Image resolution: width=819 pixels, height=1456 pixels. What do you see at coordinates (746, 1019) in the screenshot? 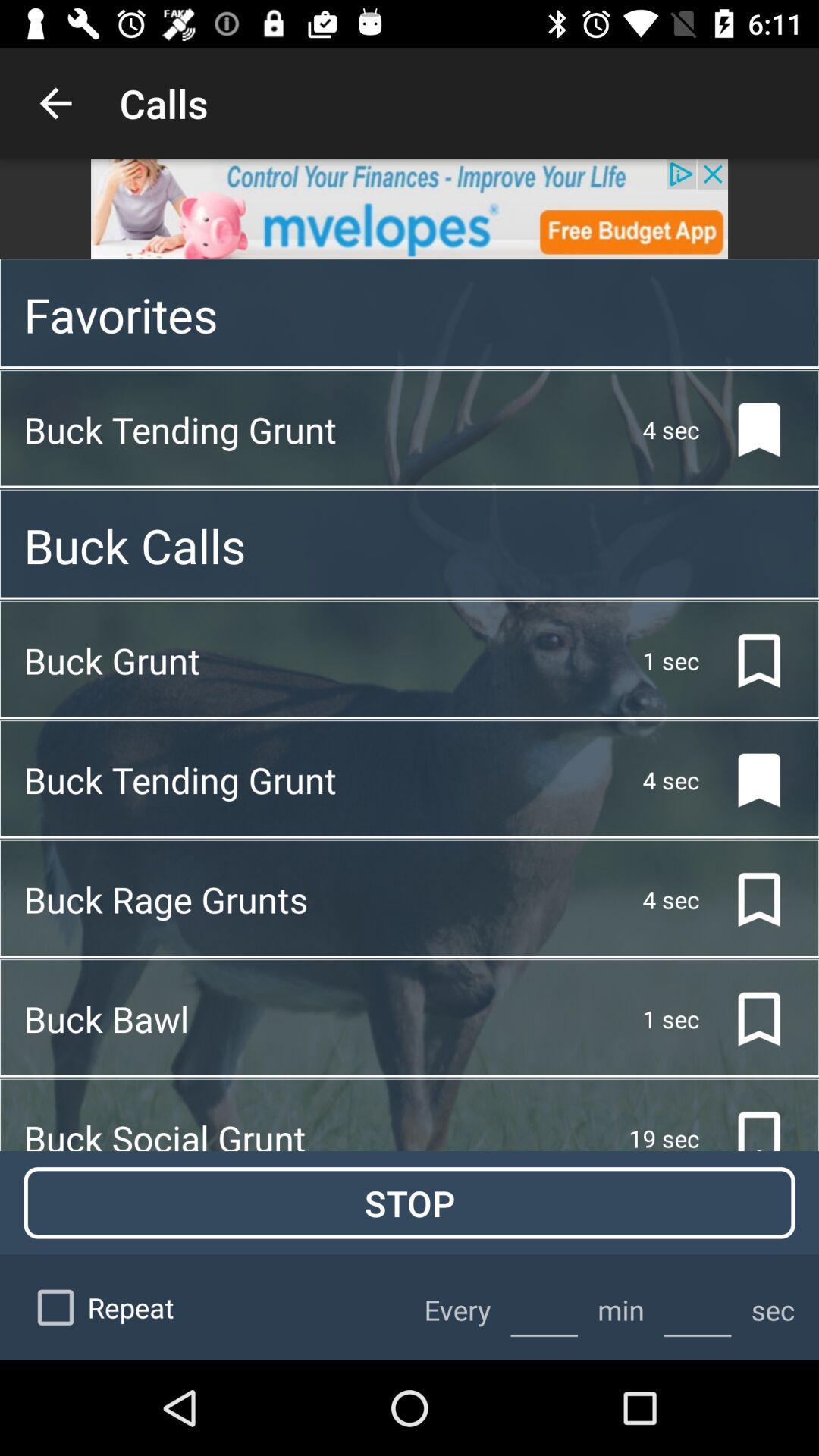
I see `the bookmark icon` at bounding box center [746, 1019].